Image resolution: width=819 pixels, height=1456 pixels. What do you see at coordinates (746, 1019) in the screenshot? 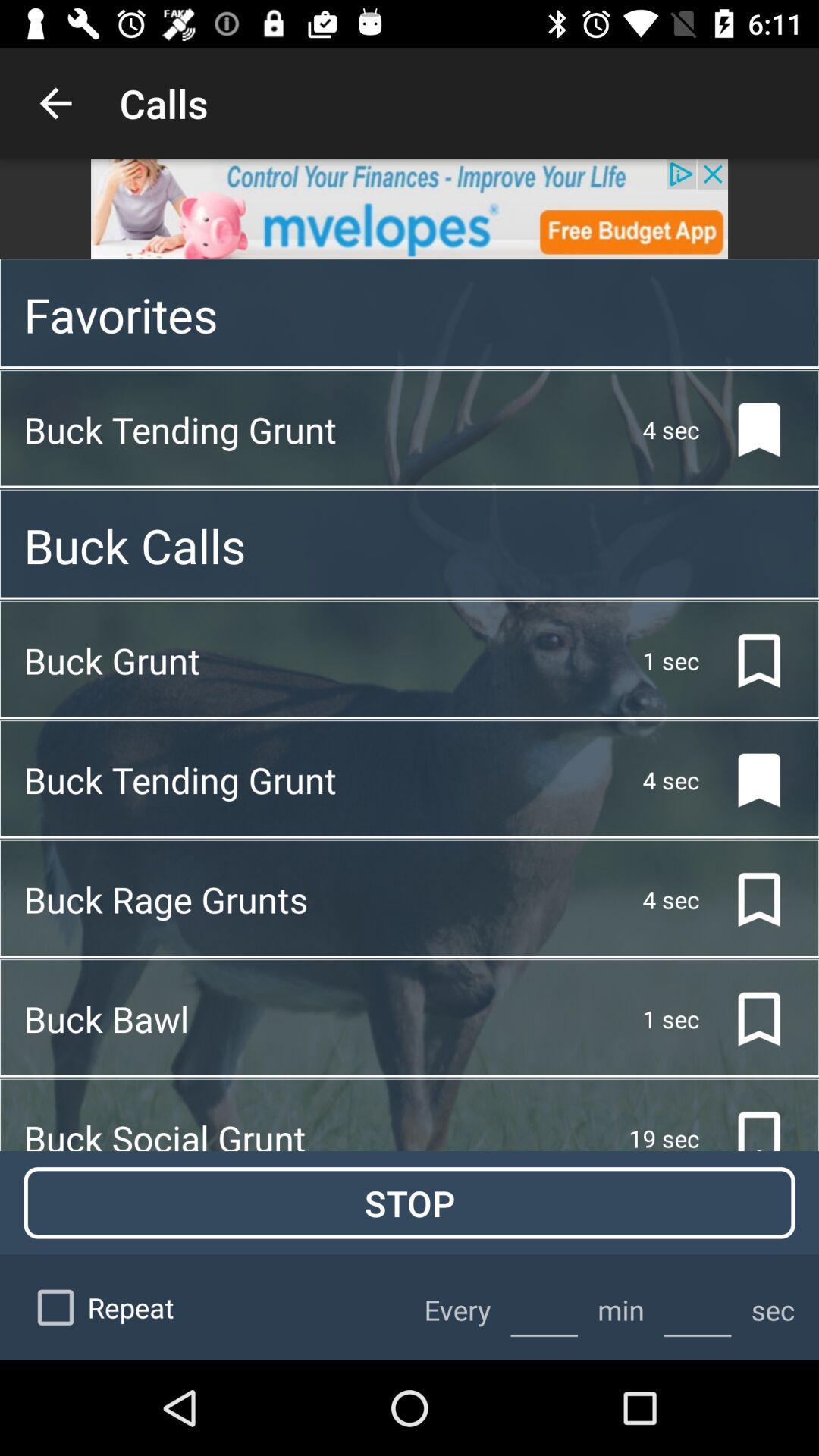
I see `the bookmark icon` at bounding box center [746, 1019].